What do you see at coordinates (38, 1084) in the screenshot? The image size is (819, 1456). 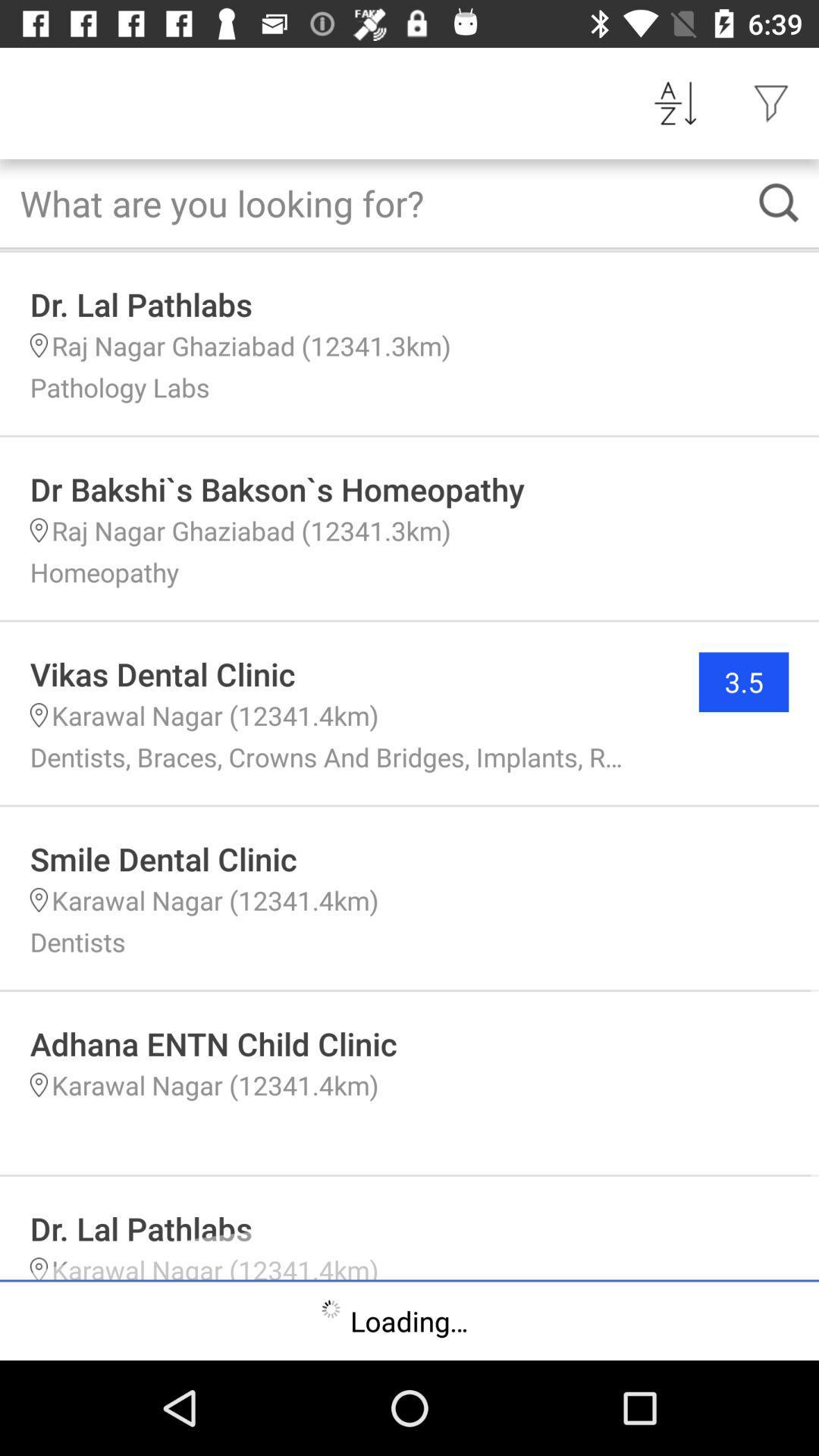 I see `the location option below adhana child clinic` at bounding box center [38, 1084].